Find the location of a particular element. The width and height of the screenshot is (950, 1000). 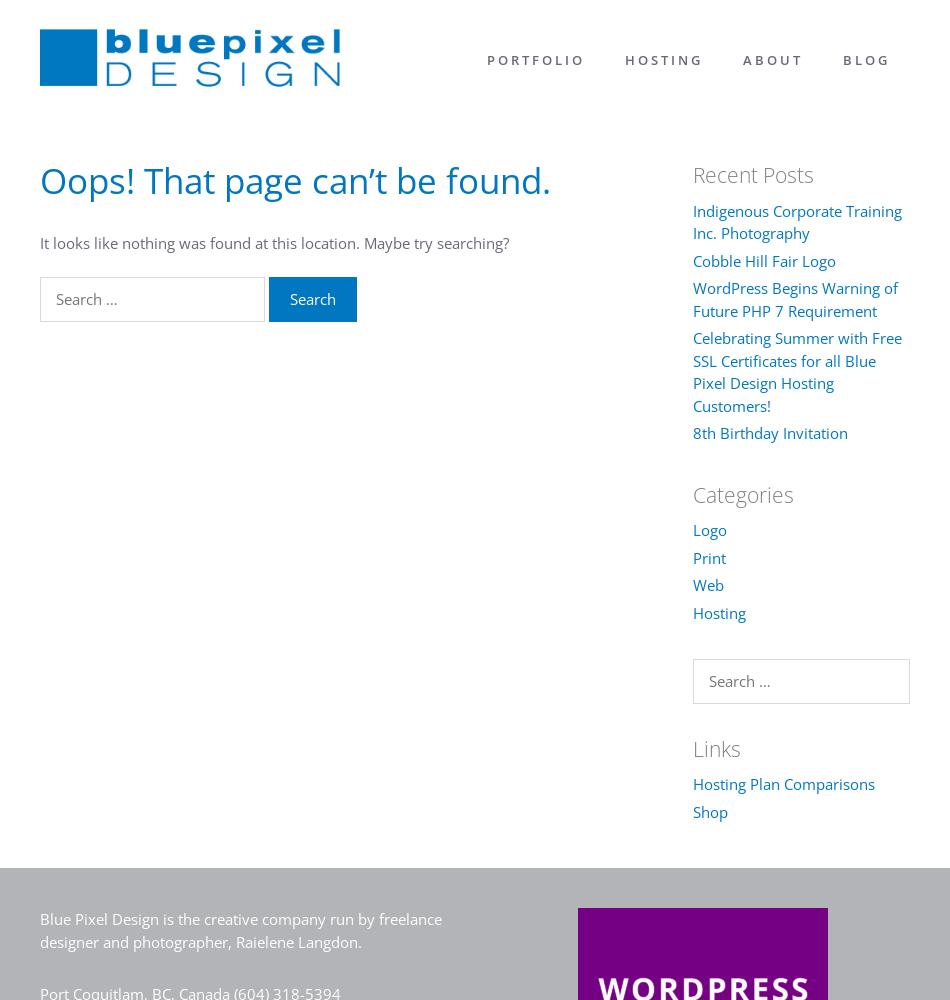

'Hosting' is located at coordinates (717, 611).